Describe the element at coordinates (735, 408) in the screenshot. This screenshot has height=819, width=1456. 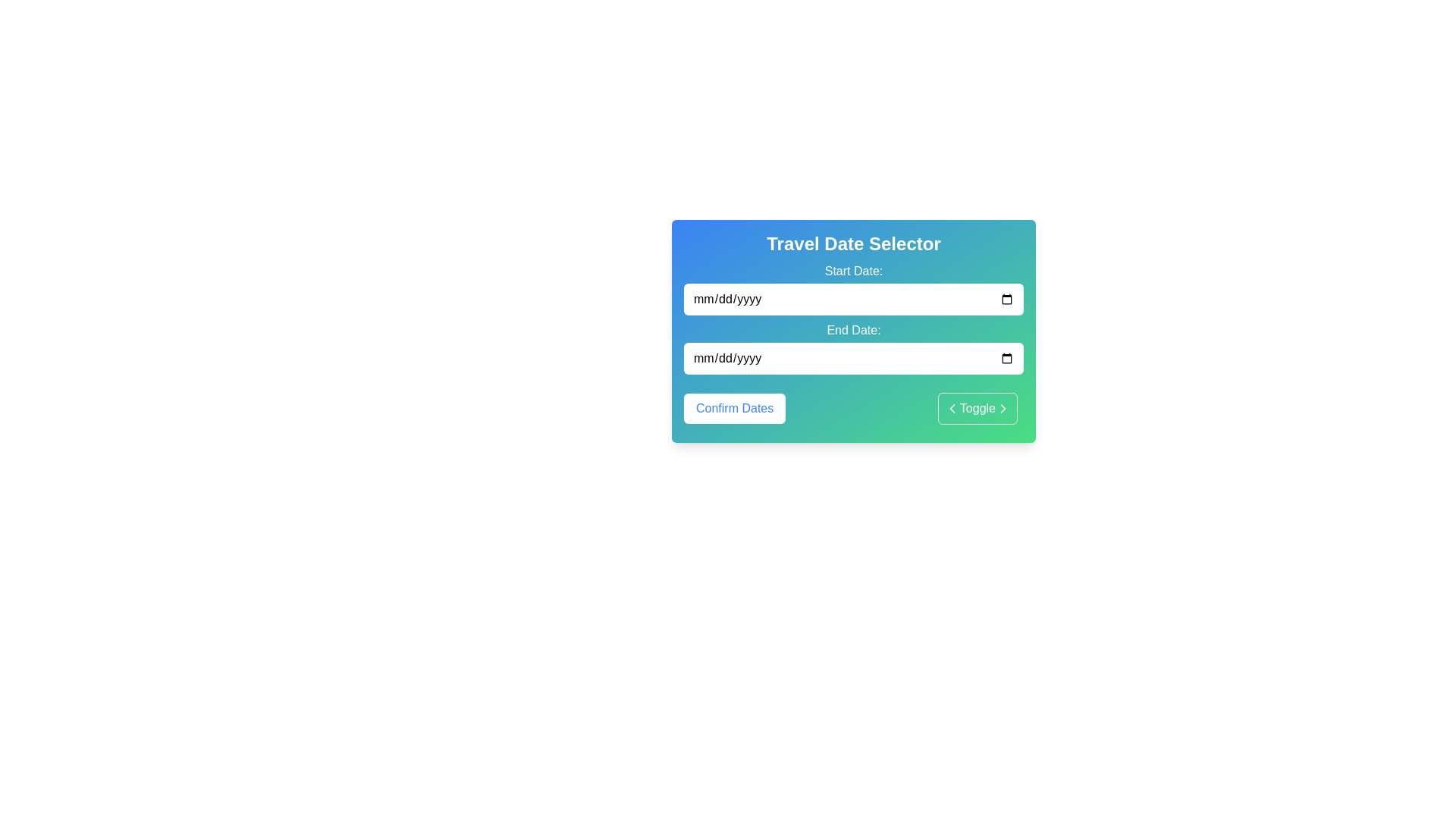
I see `the 'Confirm Dates' button, which has a white background, rounded borders, and blue text` at that location.